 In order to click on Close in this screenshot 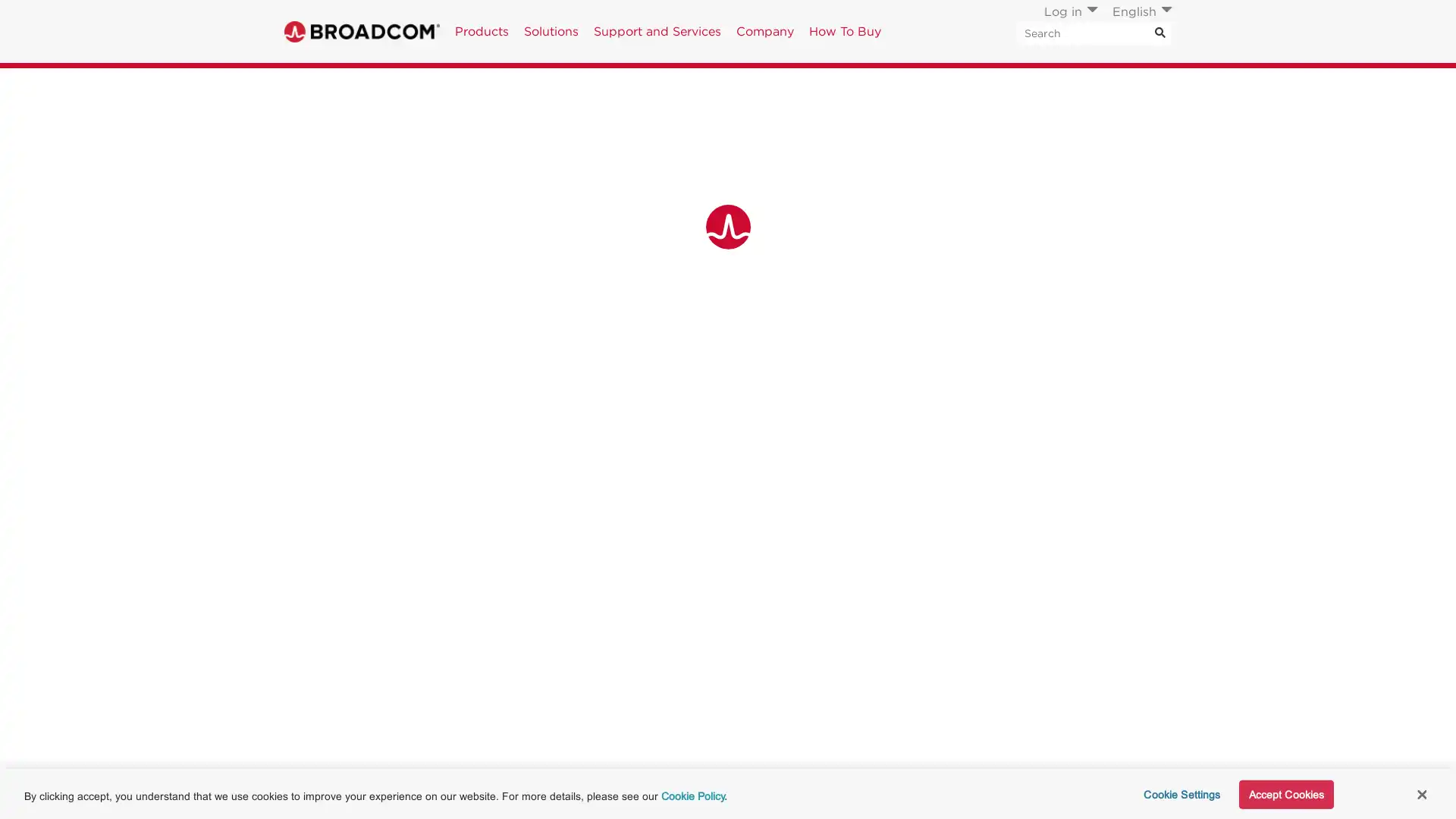, I will do `click(1420, 792)`.